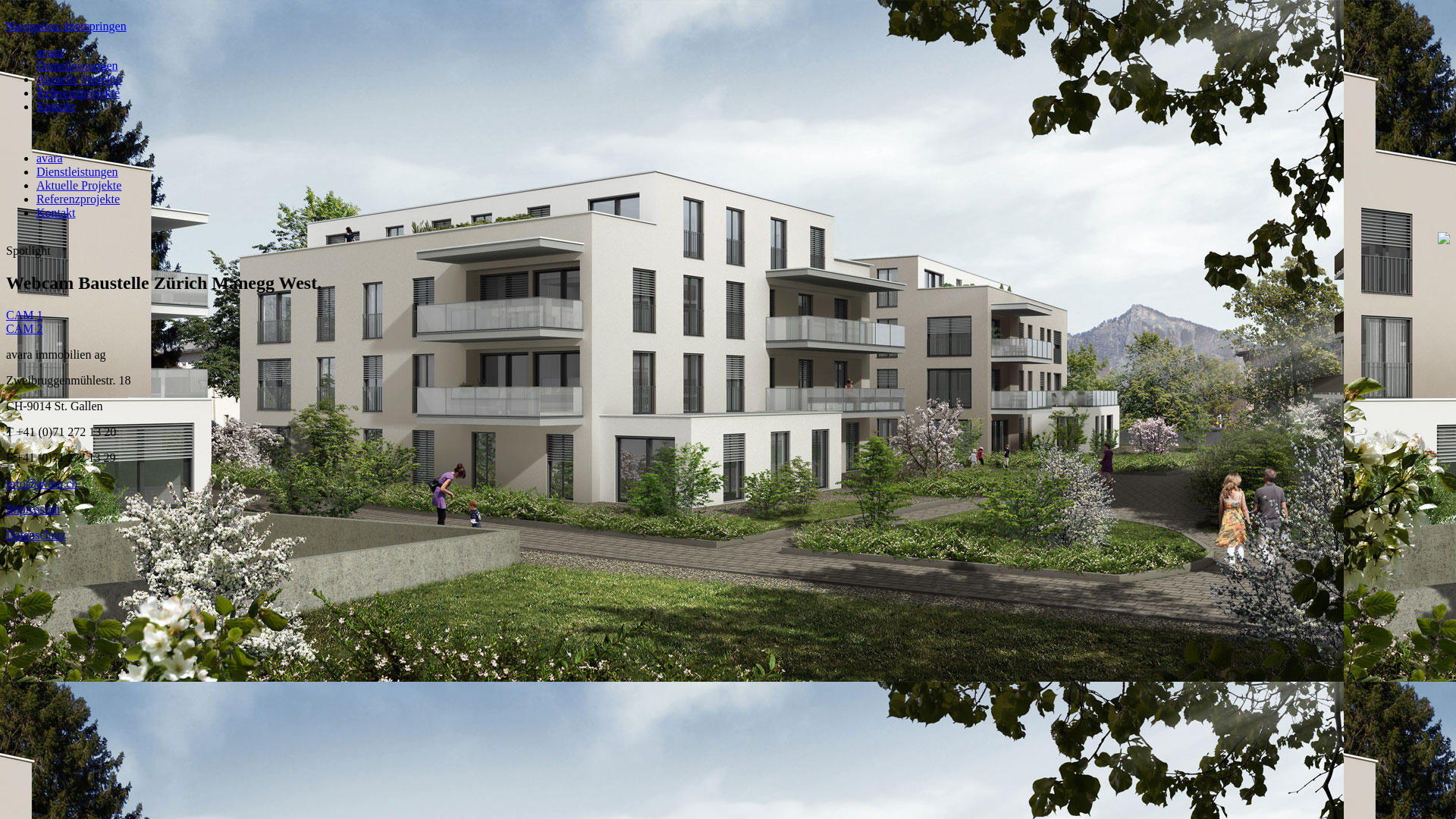 This screenshot has height=819, width=1456. Describe the element at coordinates (36, 534) in the screenshot. I see `'Datenschutz'` at that location.